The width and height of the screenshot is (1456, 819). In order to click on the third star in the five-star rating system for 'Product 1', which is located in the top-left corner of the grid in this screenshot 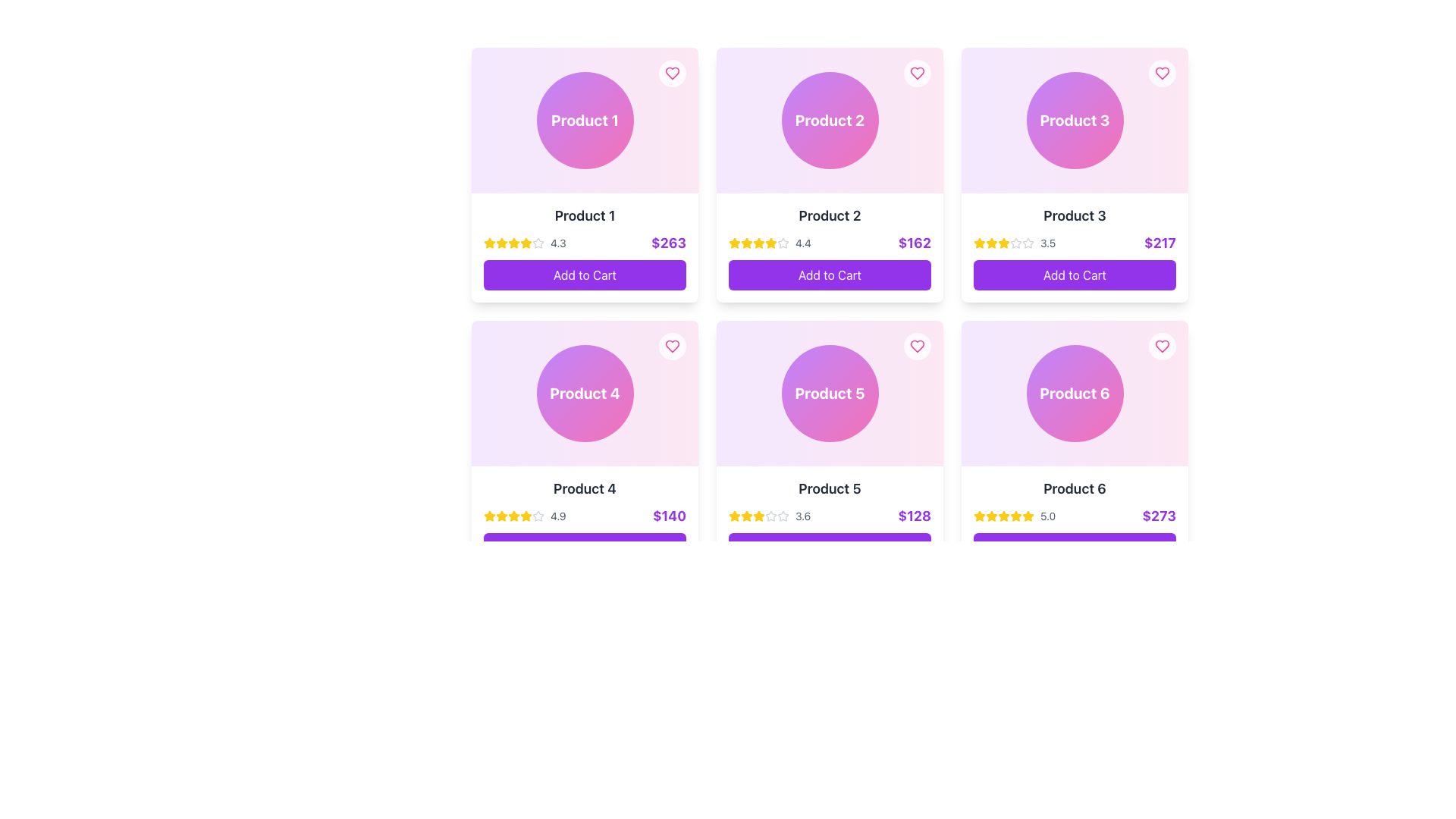, I will do `click(502, 242)`.